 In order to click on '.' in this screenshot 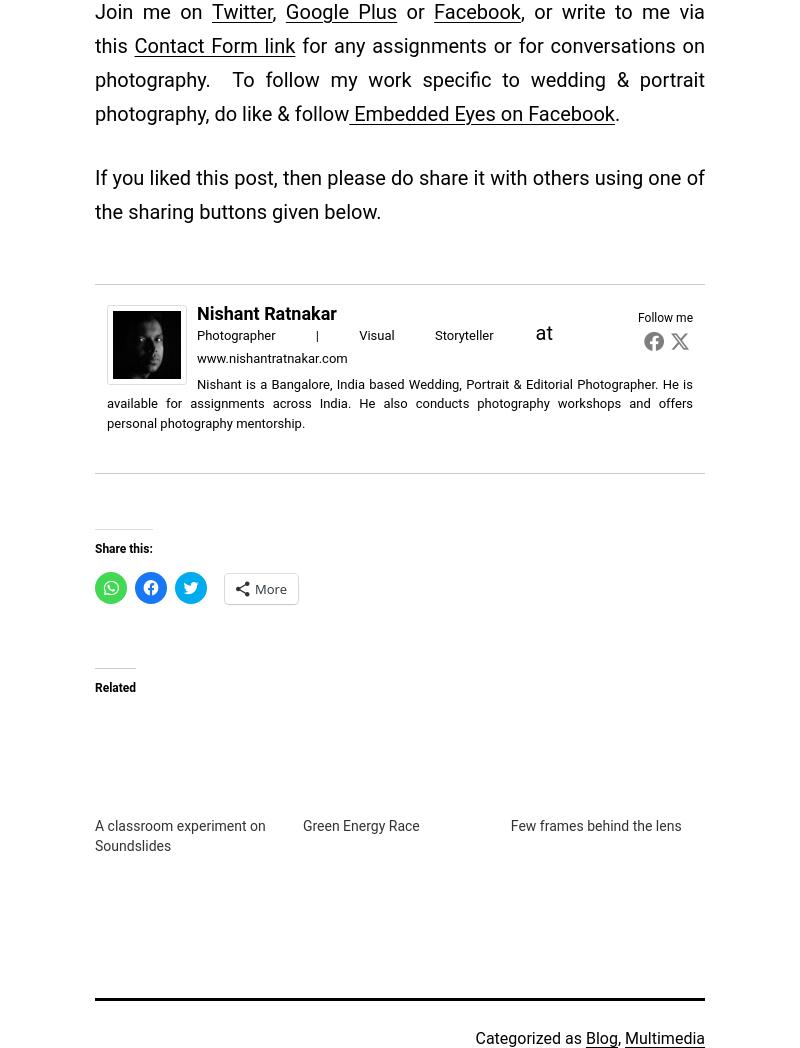, I will do `click(617, 111)`.